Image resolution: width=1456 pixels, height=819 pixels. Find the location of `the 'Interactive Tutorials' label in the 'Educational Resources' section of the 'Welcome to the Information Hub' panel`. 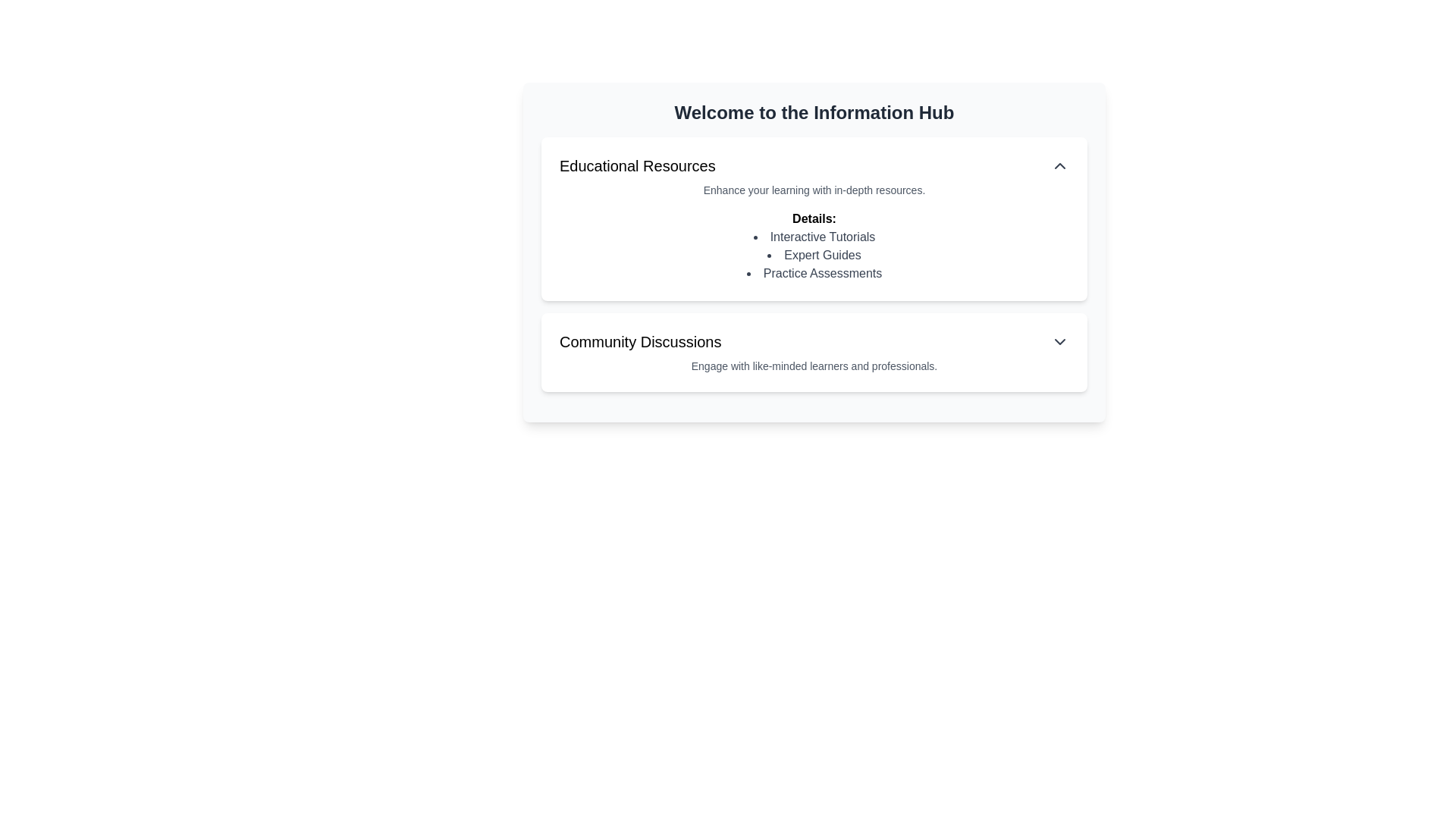

the 'Interactive Tutorials' label in the 'Educational Resources' section of the 'Welcome to the Information Hub' panel is located at coordinates (814, 237).